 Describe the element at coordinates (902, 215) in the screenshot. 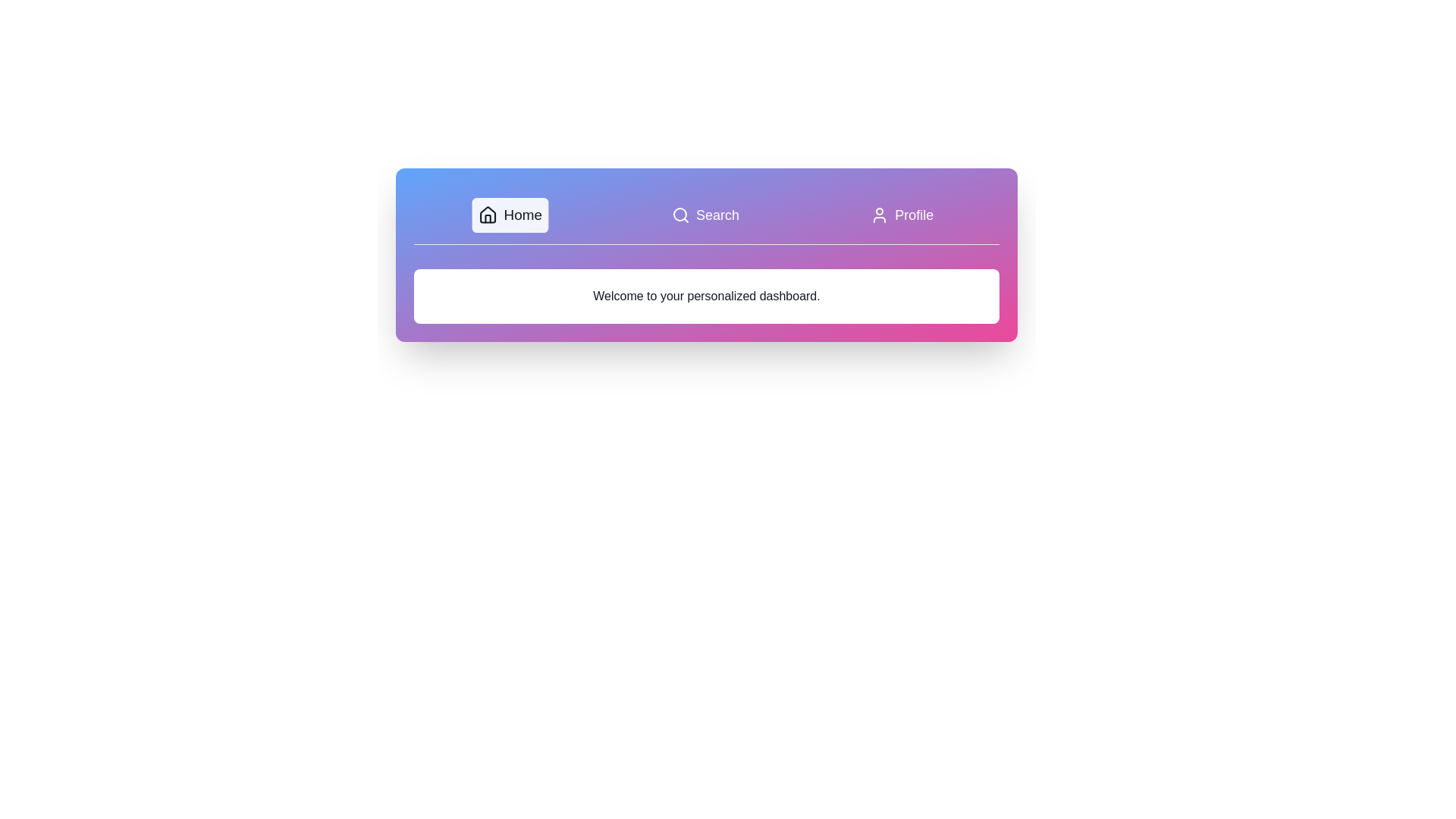

I see `the Profile tab to observe the hover effect` at that location.